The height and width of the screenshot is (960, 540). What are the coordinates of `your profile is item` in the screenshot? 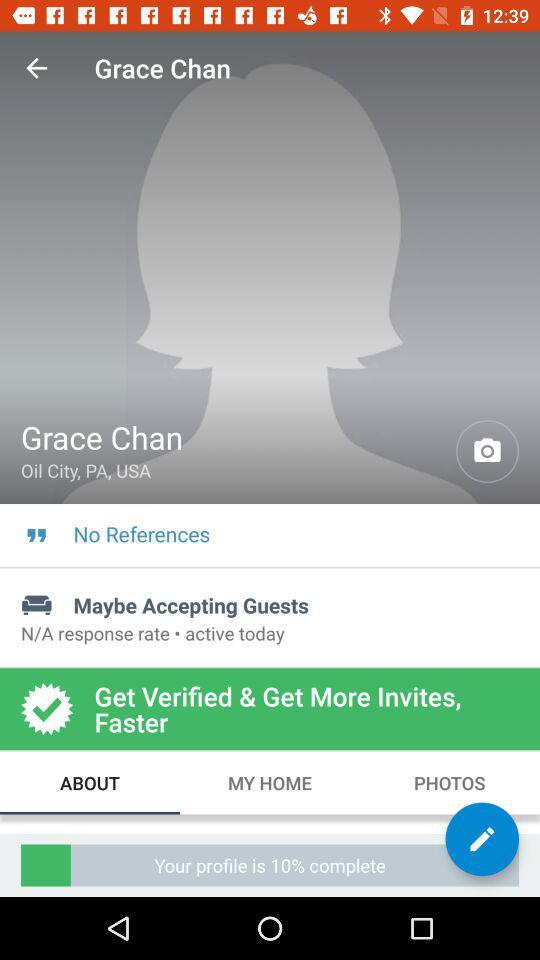 It's located at (270, 864).